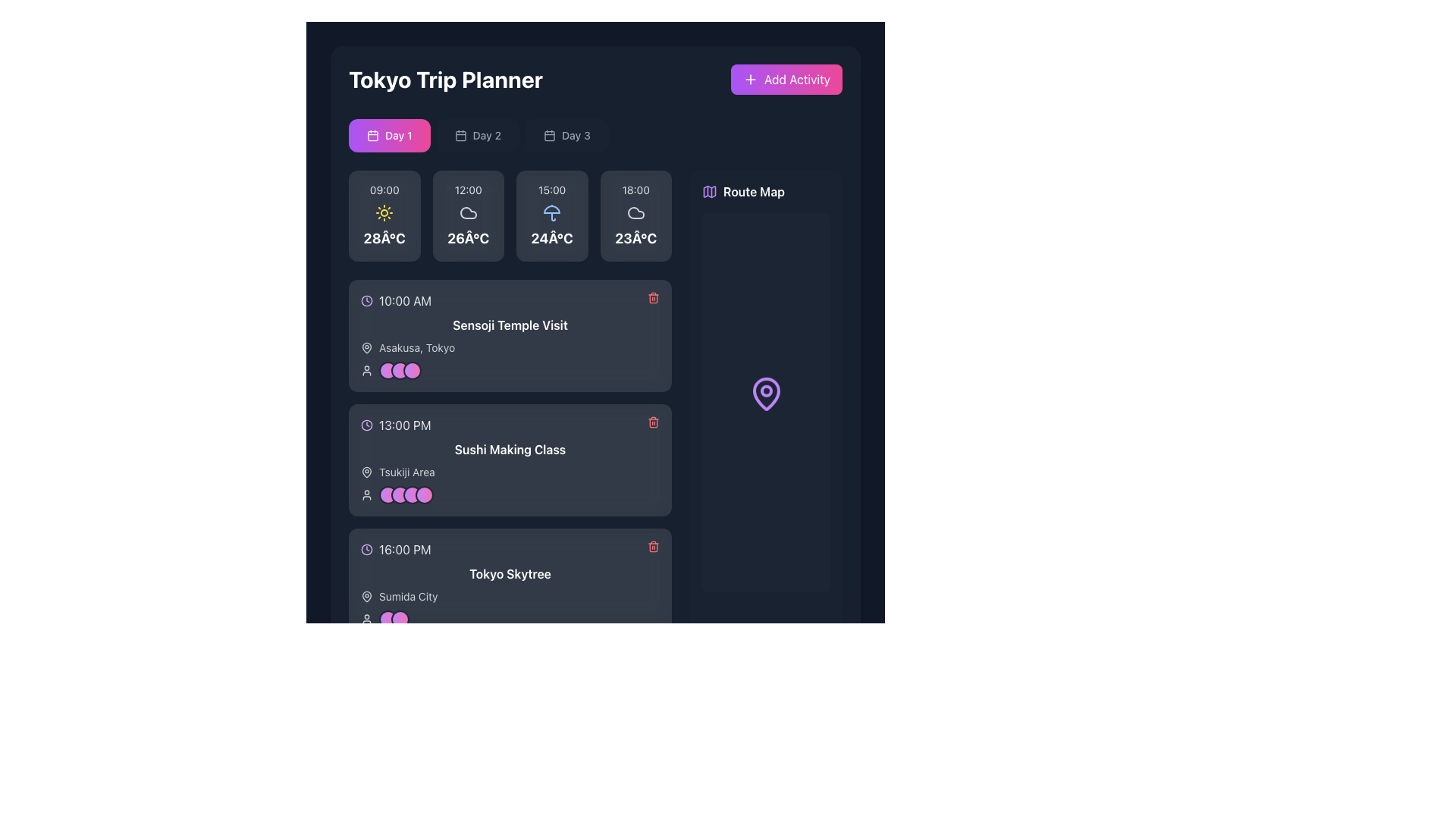 The width and height of the screenshot is (1456, 819). I want to click on the text heading 'Tokyo Trip Planner', which is styled in bold and large white font against a dark background, located in the upper-left corner of the interface, so click(445, 79).